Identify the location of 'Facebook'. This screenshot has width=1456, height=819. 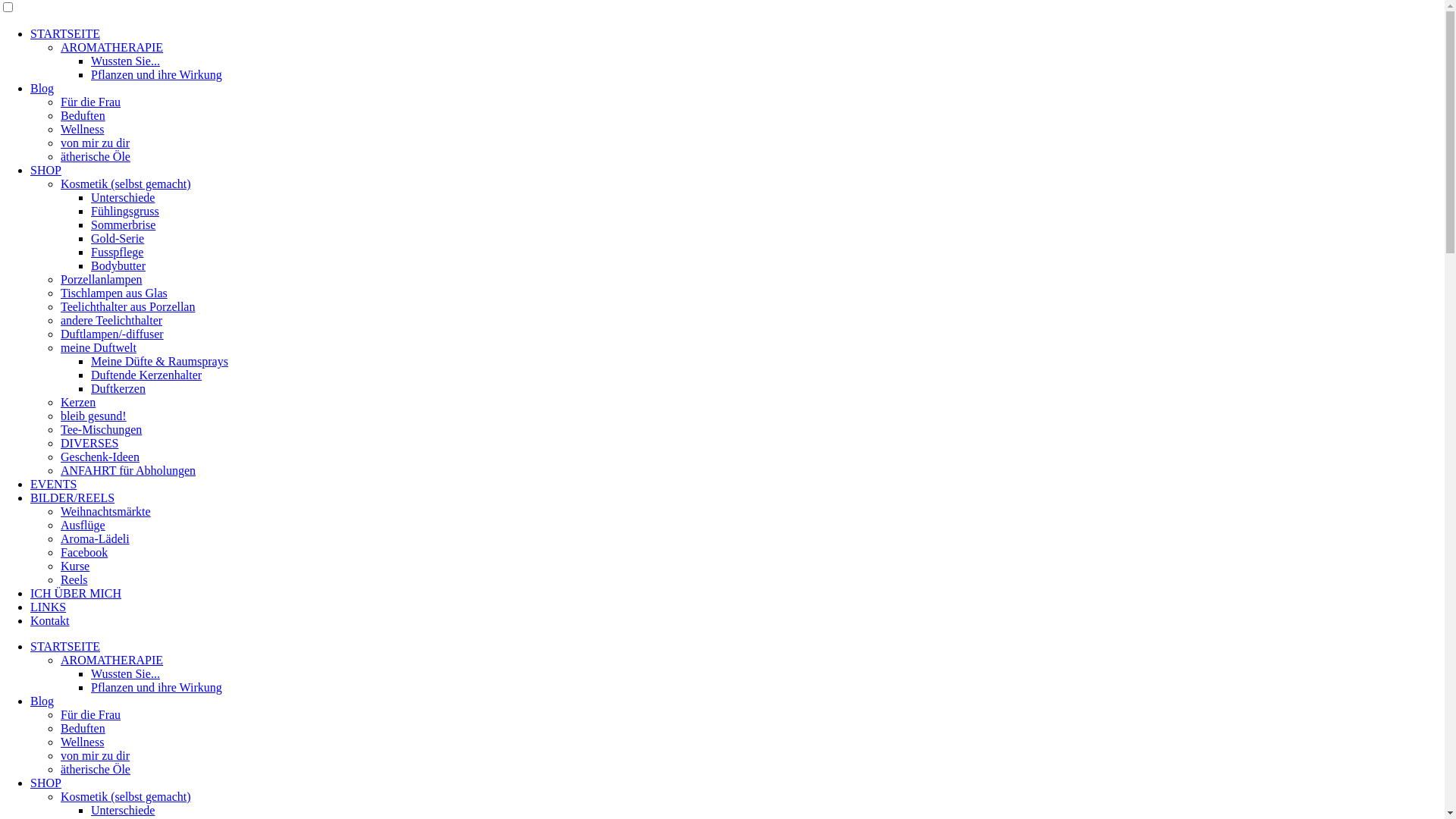
(83, 552).